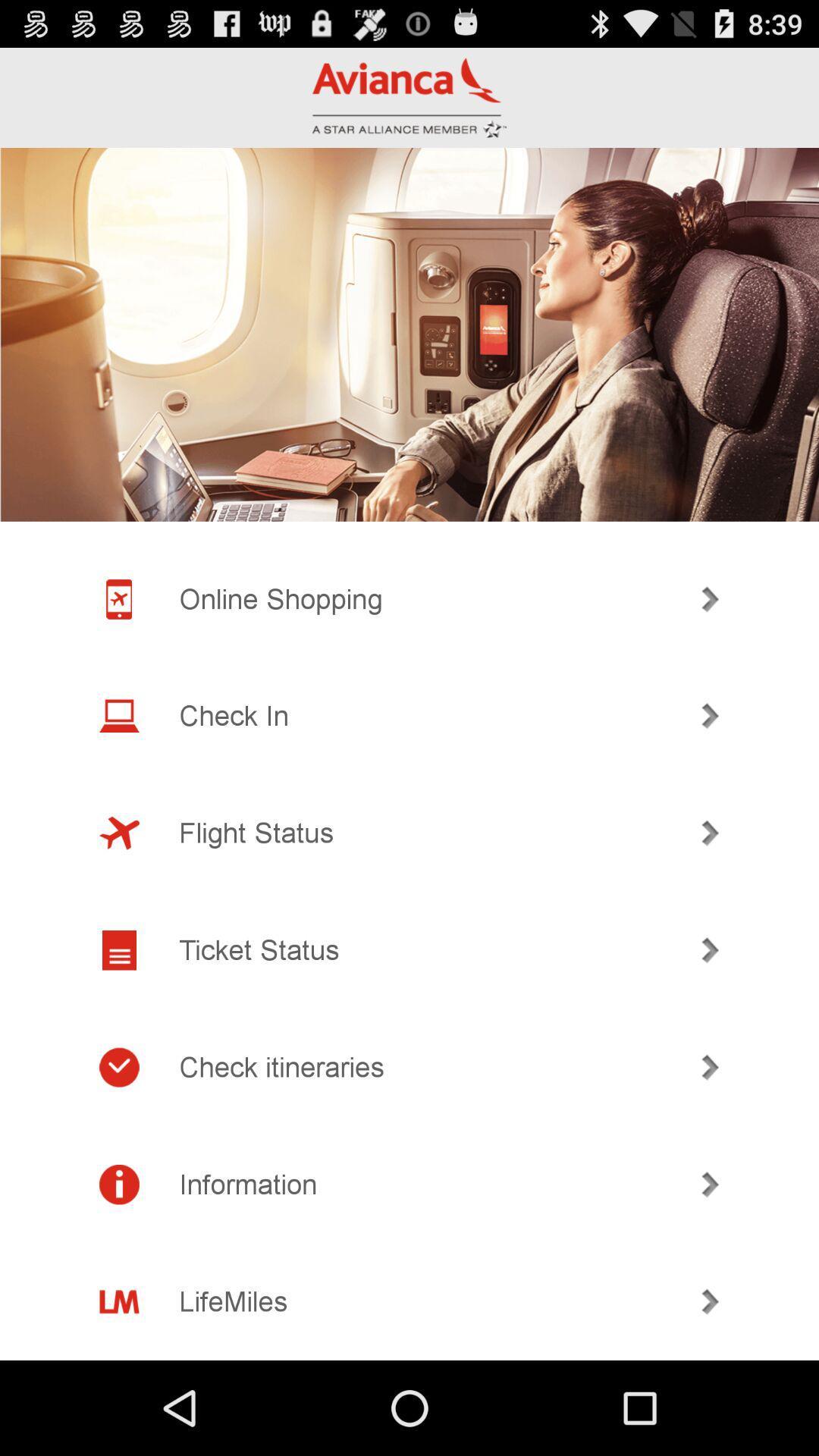 This screenshot has width=819, height=1456. I want to click on icon on the right side of online shopping, so click(711, 598).